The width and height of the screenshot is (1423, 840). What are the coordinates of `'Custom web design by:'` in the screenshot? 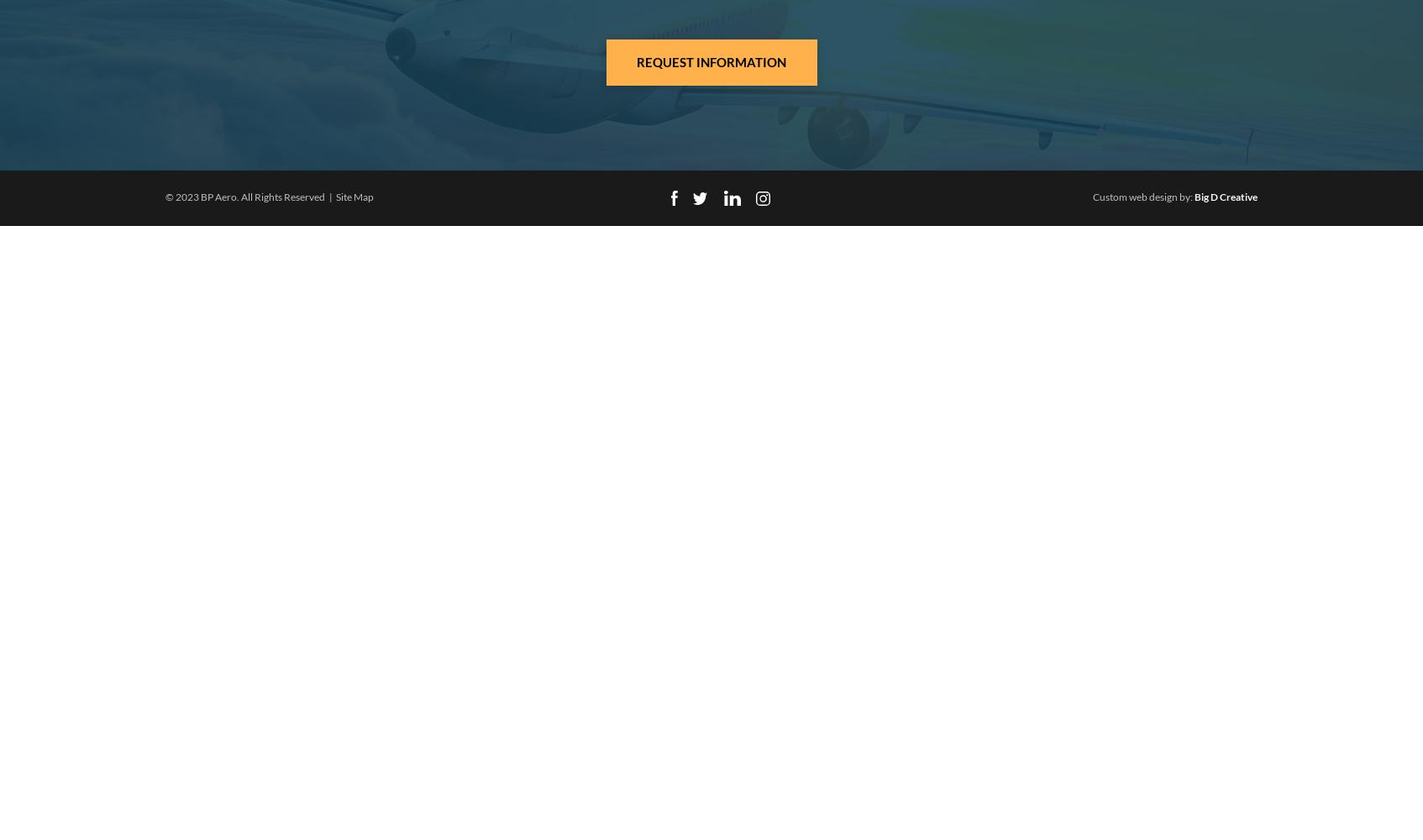 It's located at (1092, 196).